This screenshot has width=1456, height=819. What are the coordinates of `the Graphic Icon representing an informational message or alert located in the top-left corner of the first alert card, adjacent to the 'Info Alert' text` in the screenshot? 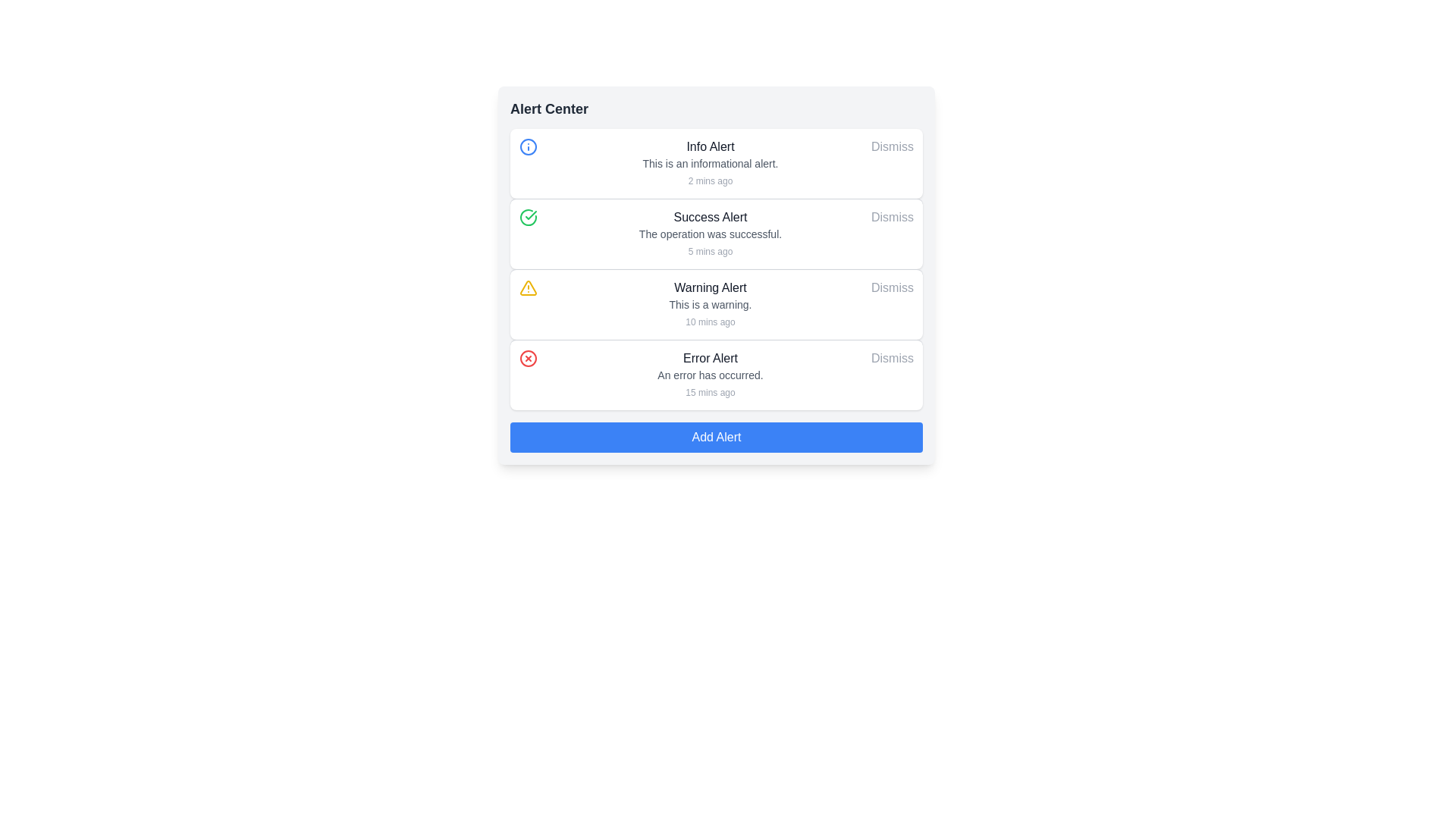 It's located at (528, 146).